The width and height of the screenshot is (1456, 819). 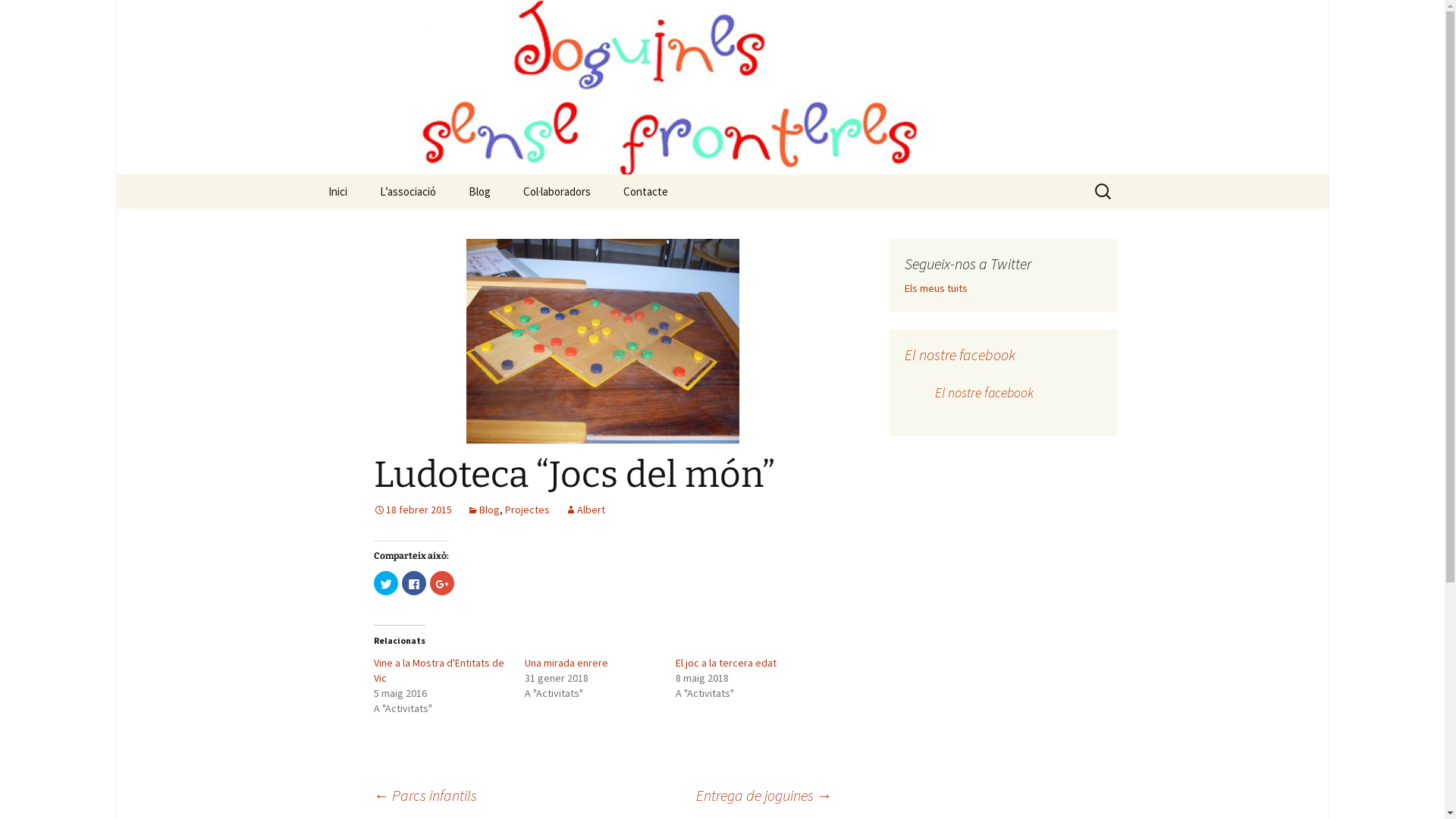 I want to click on 'Projectes', so click(x=505, y=509).